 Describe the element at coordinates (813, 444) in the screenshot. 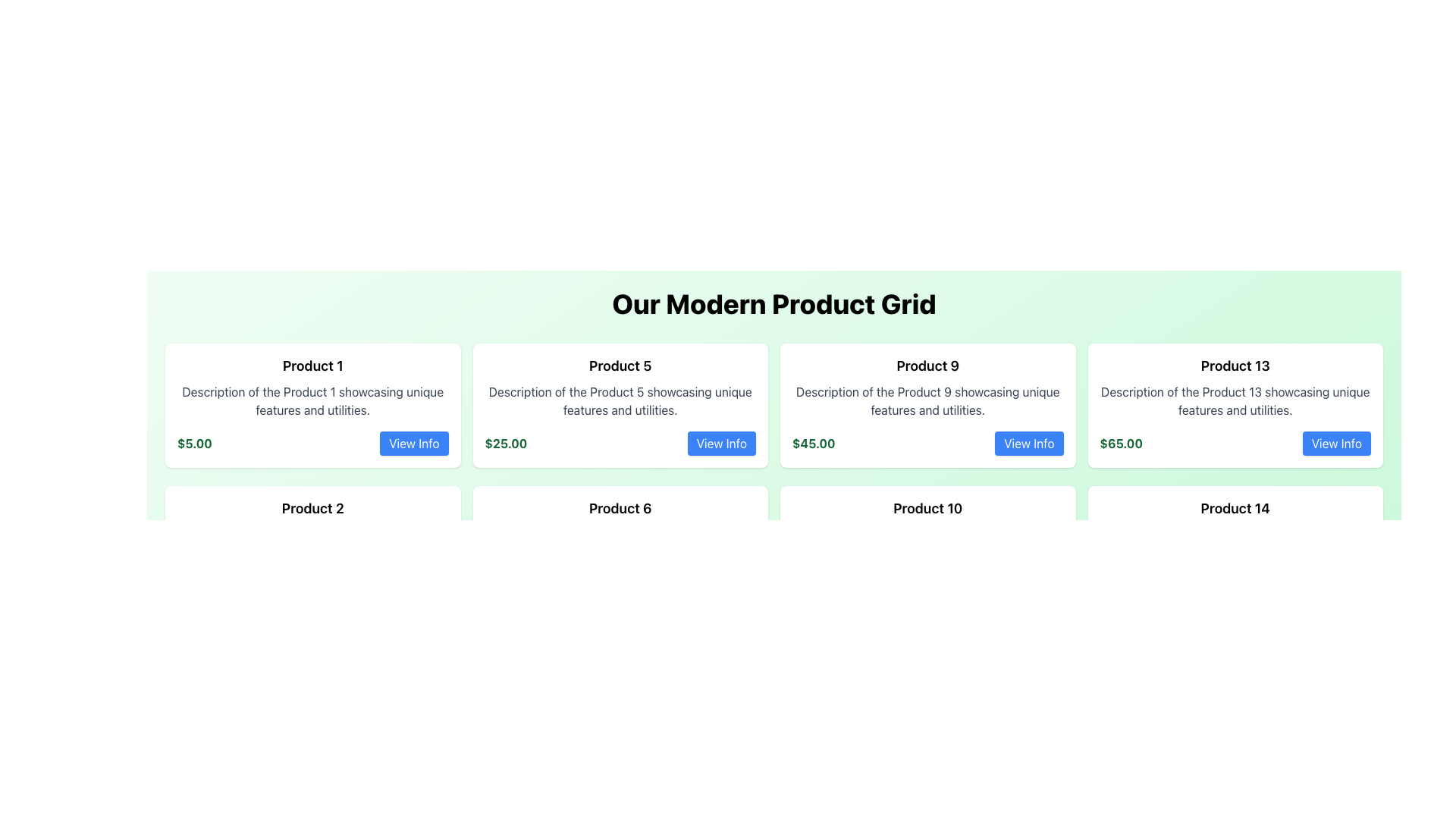

I see `price information displayed as '$45.00' in bold green text located within the information card of 'Product 9', which is below the product description and to the left of the 'View Info' button` at that location.